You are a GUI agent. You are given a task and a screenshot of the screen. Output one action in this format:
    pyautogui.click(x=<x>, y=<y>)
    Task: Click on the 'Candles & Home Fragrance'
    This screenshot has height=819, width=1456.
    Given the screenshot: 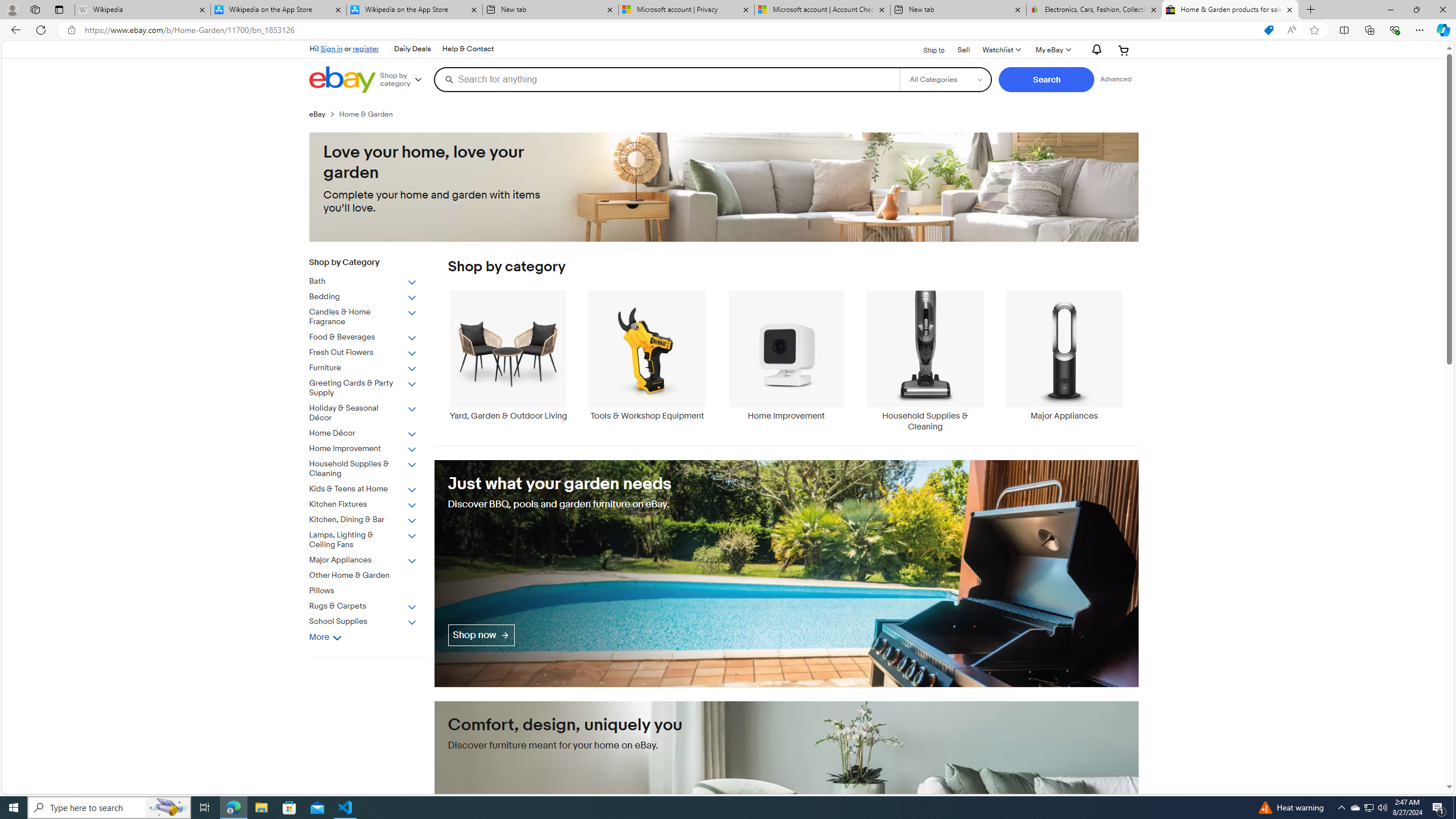 What is the action you would take?
    pyautogui.click(x=362, y=317)
    